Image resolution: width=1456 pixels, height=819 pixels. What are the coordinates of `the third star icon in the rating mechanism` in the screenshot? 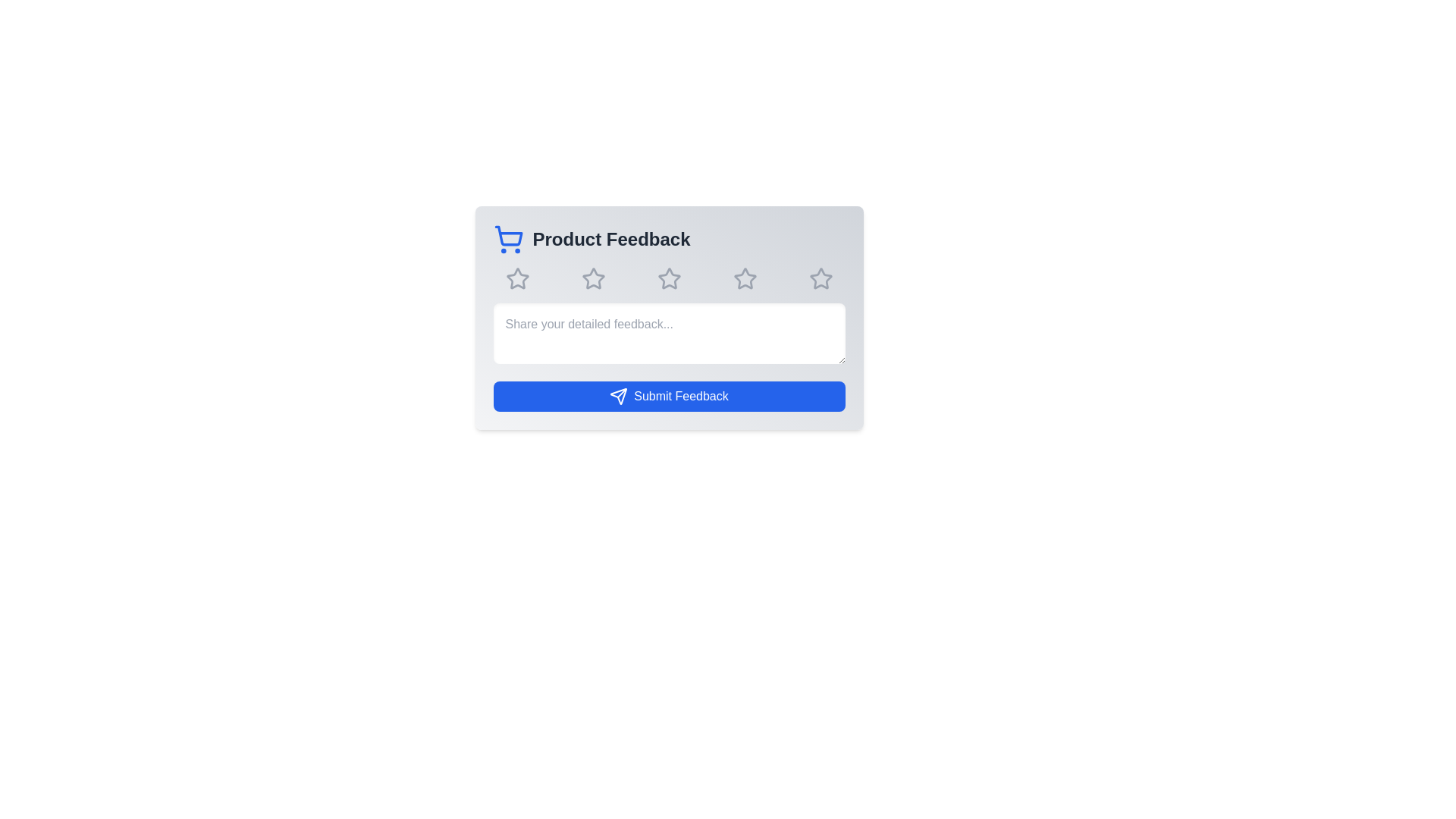 It's located at (668, 278).